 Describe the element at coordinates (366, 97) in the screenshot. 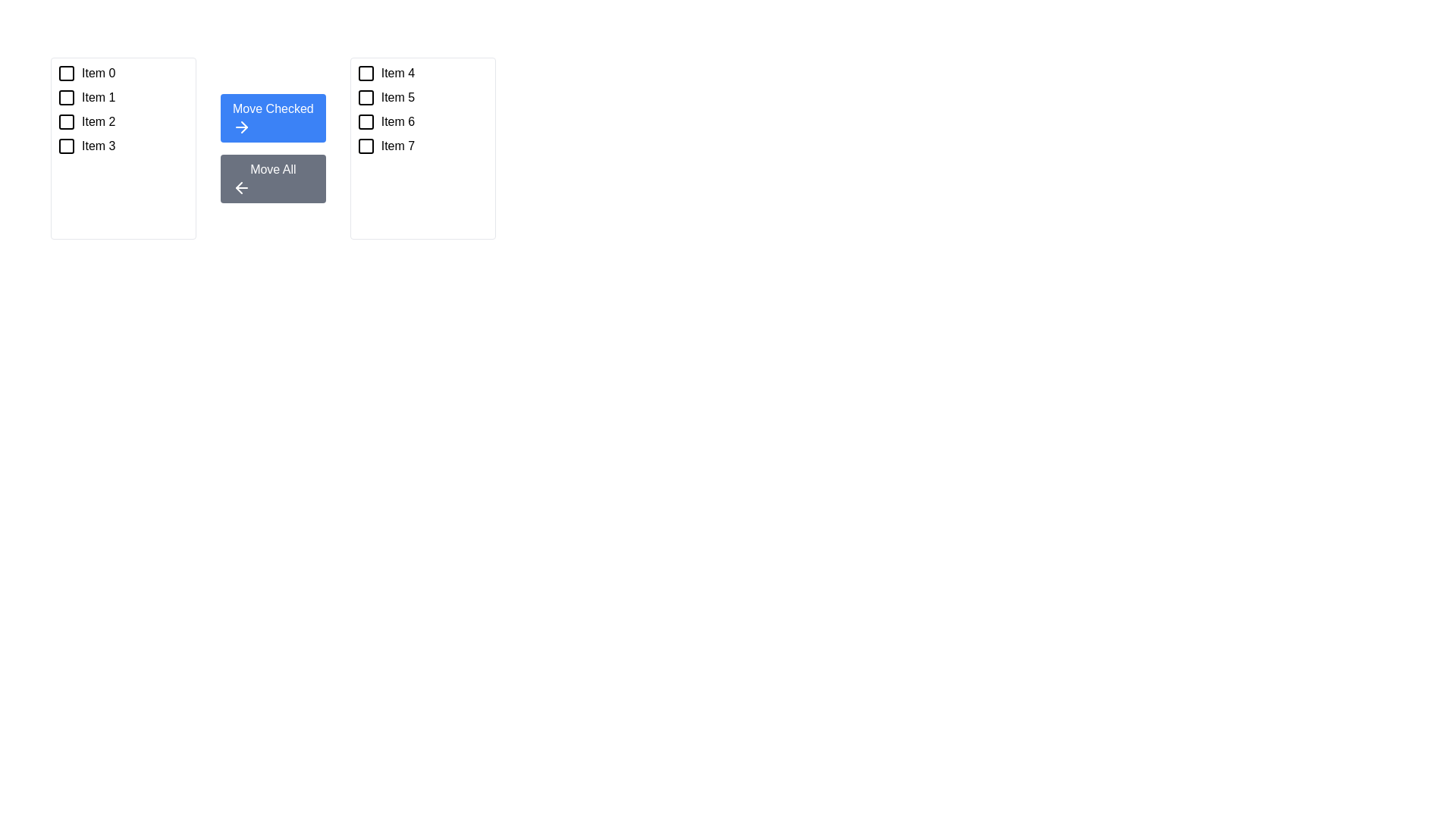

I see `the Checkbox element associated with 'Item 5'` at that location.